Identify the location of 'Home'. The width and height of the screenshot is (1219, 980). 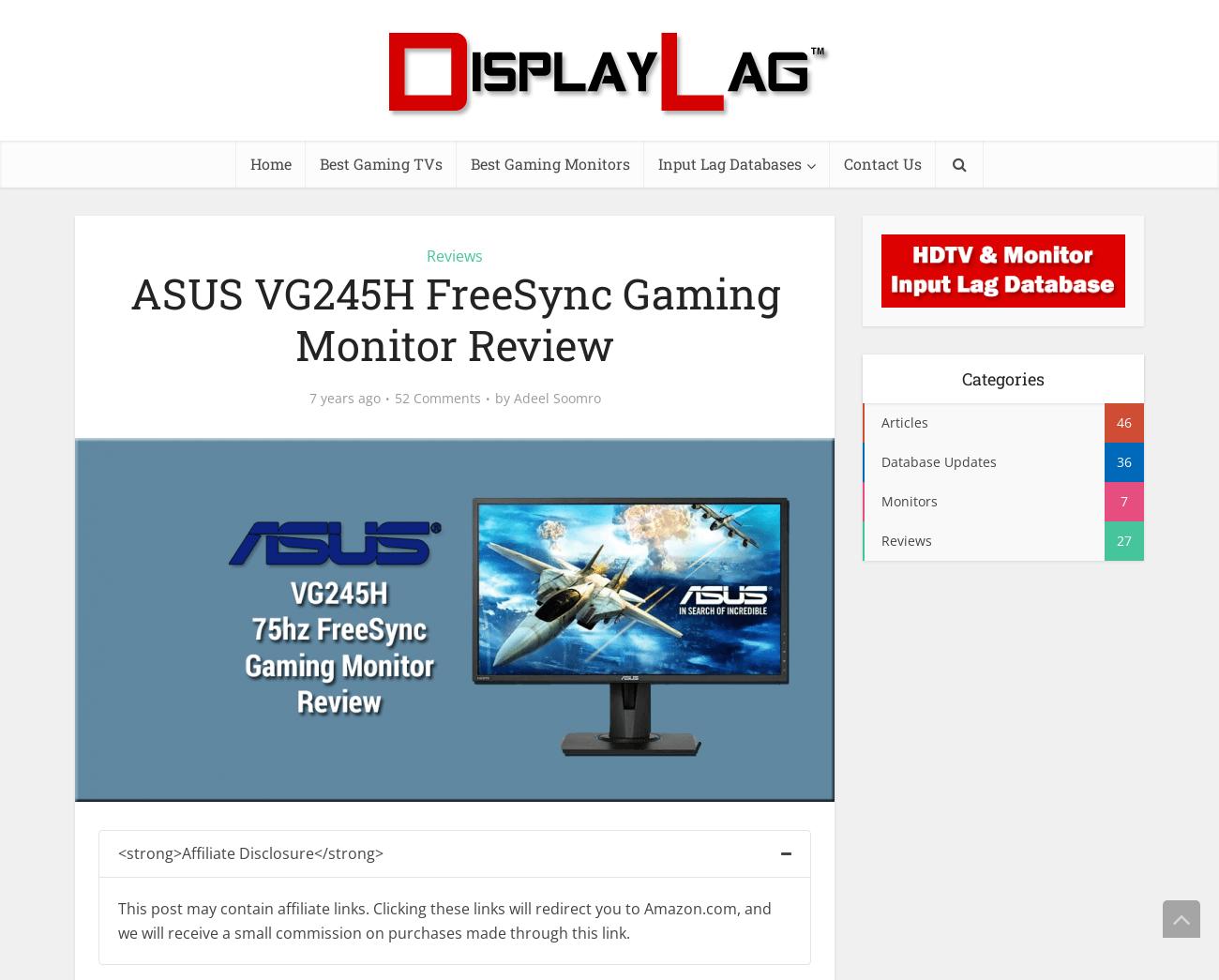
(270, 162).